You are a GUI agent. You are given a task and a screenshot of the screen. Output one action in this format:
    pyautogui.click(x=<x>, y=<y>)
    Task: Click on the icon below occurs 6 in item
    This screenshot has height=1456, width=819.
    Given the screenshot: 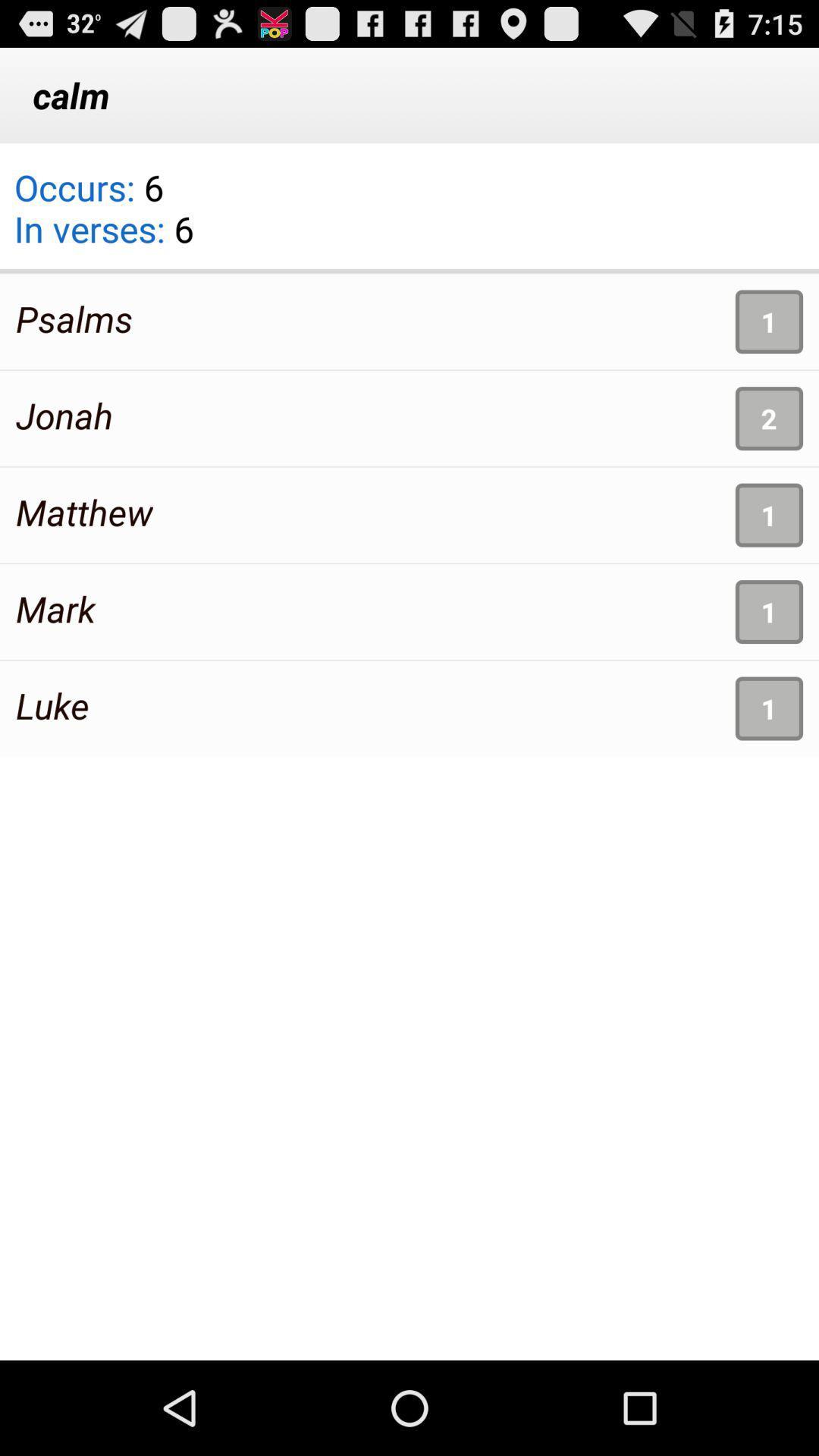 What is the action you would take?
    pyautogui.click(x=74, y=318)
    